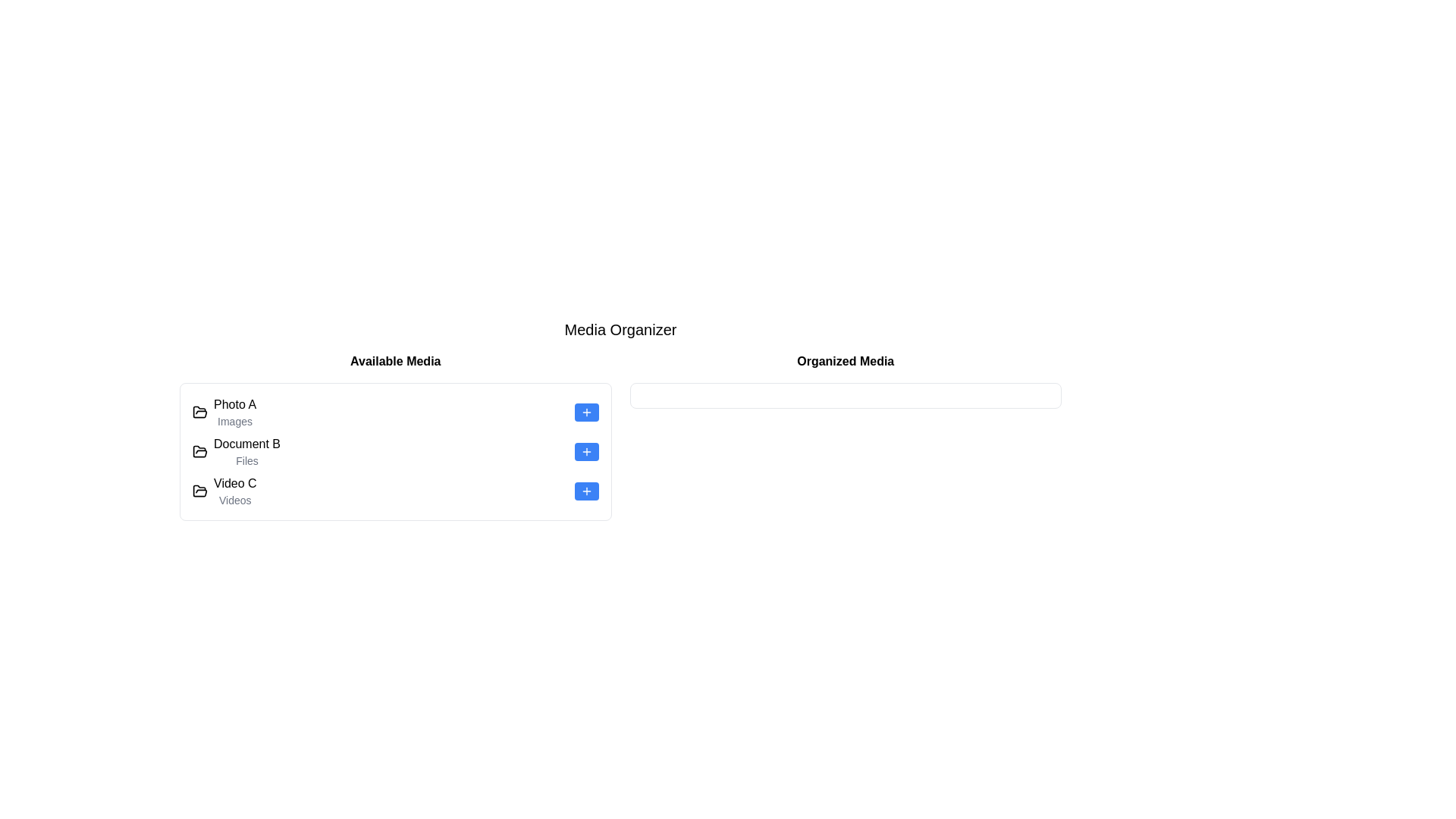 Image resolution: width=1456 pixels, height=819 pixels. I want to click on the Folder item labeled 'Video C' in the 'Available Media' section, so click(224, 491).